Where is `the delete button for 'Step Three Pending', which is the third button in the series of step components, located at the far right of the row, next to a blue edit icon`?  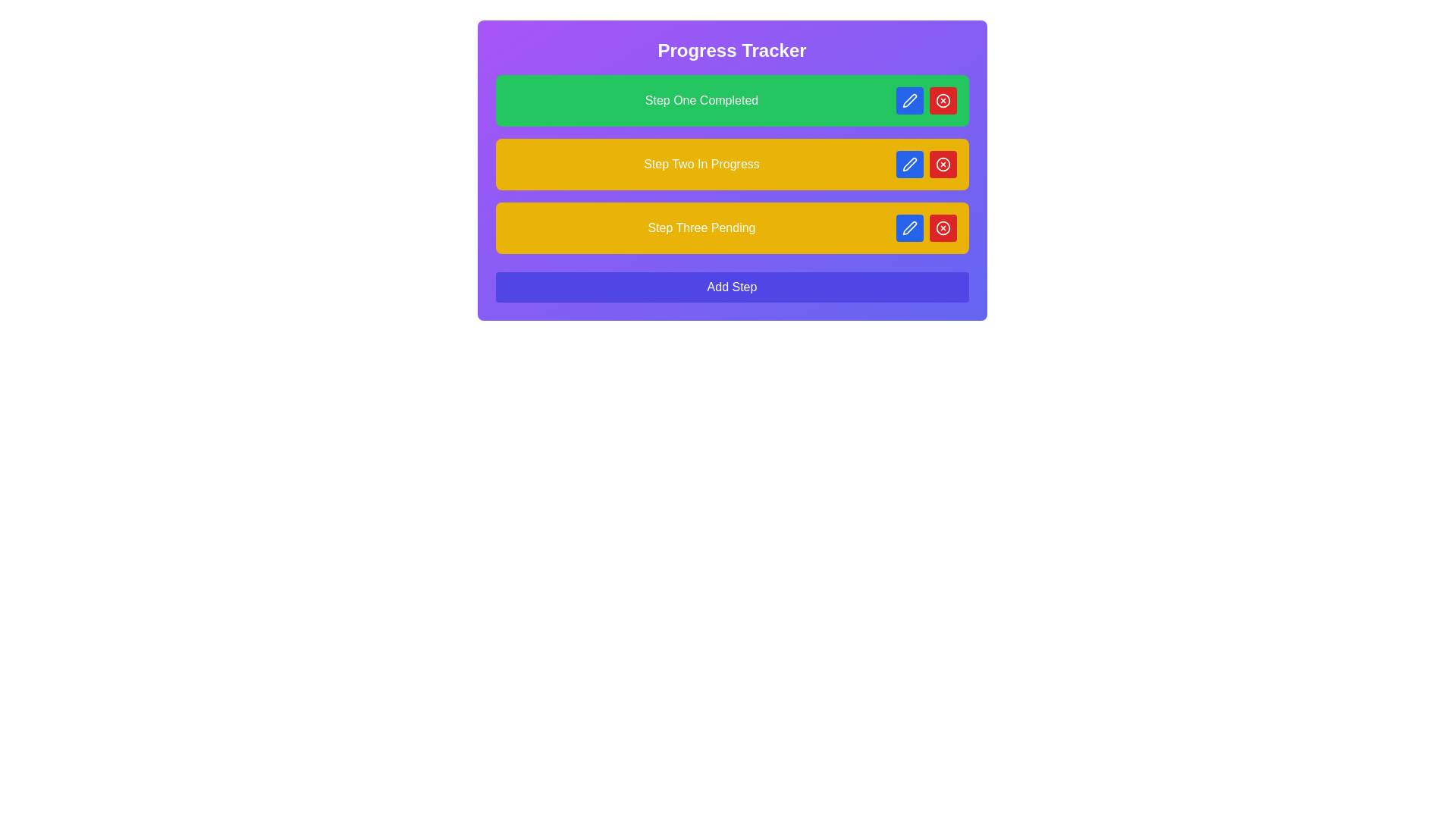
the delete button for 'Step Three Pending', which is the third button in the series of step components, located at the far right of the row, next to a blue edit icon is located at coordinates (942, 227).